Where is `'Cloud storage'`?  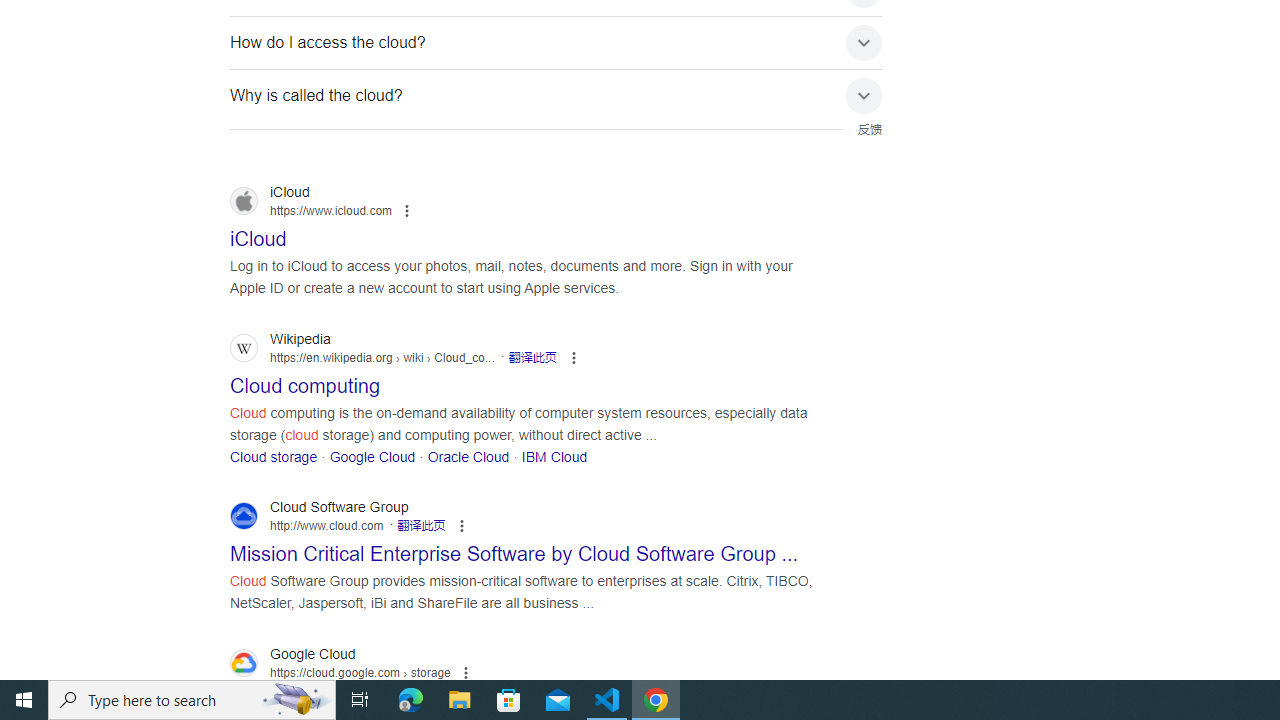
'Cloud storage' is located at coordinates (272, 456).